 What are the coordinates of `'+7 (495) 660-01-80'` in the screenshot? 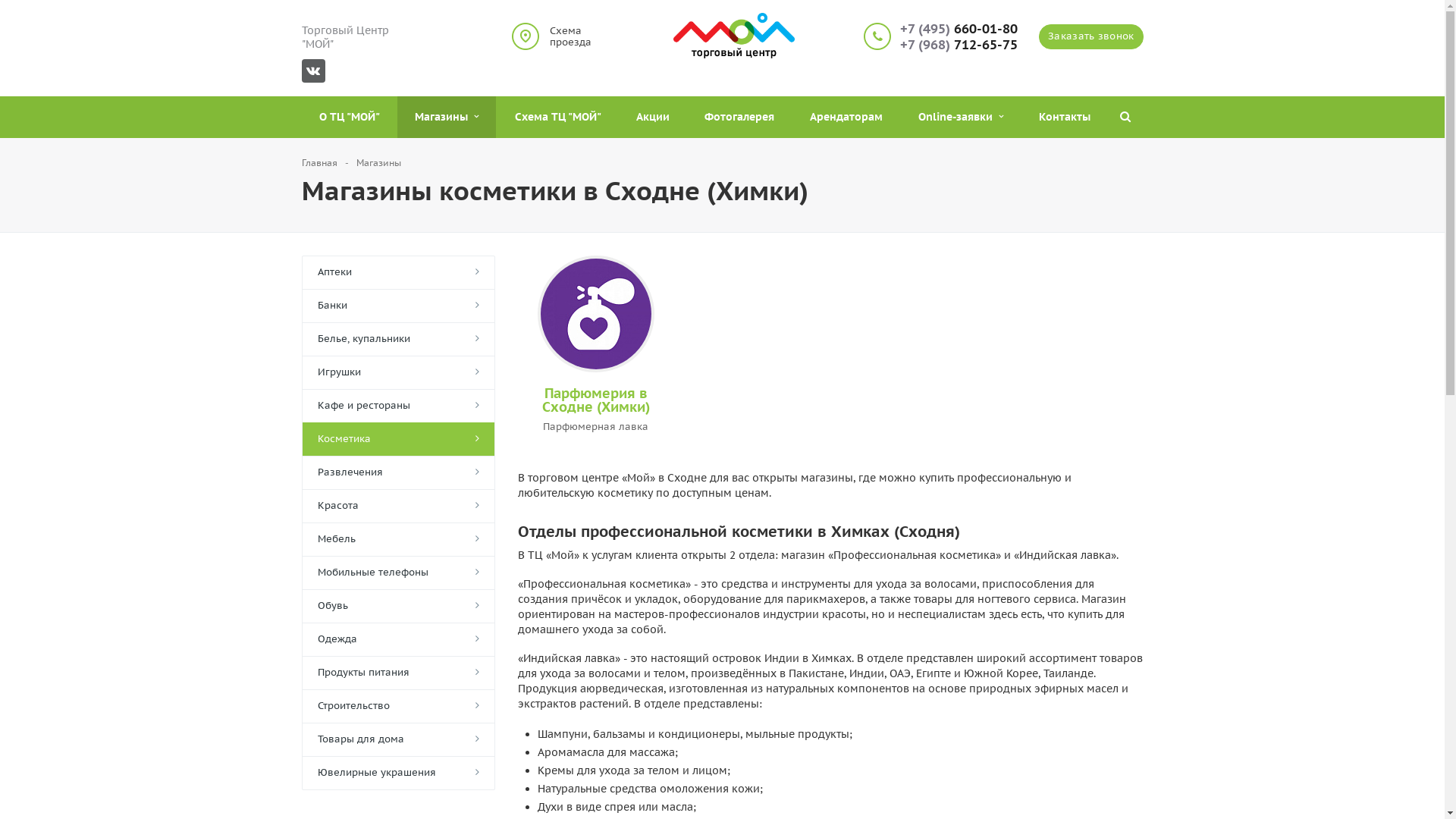 It's located at (958, 29).